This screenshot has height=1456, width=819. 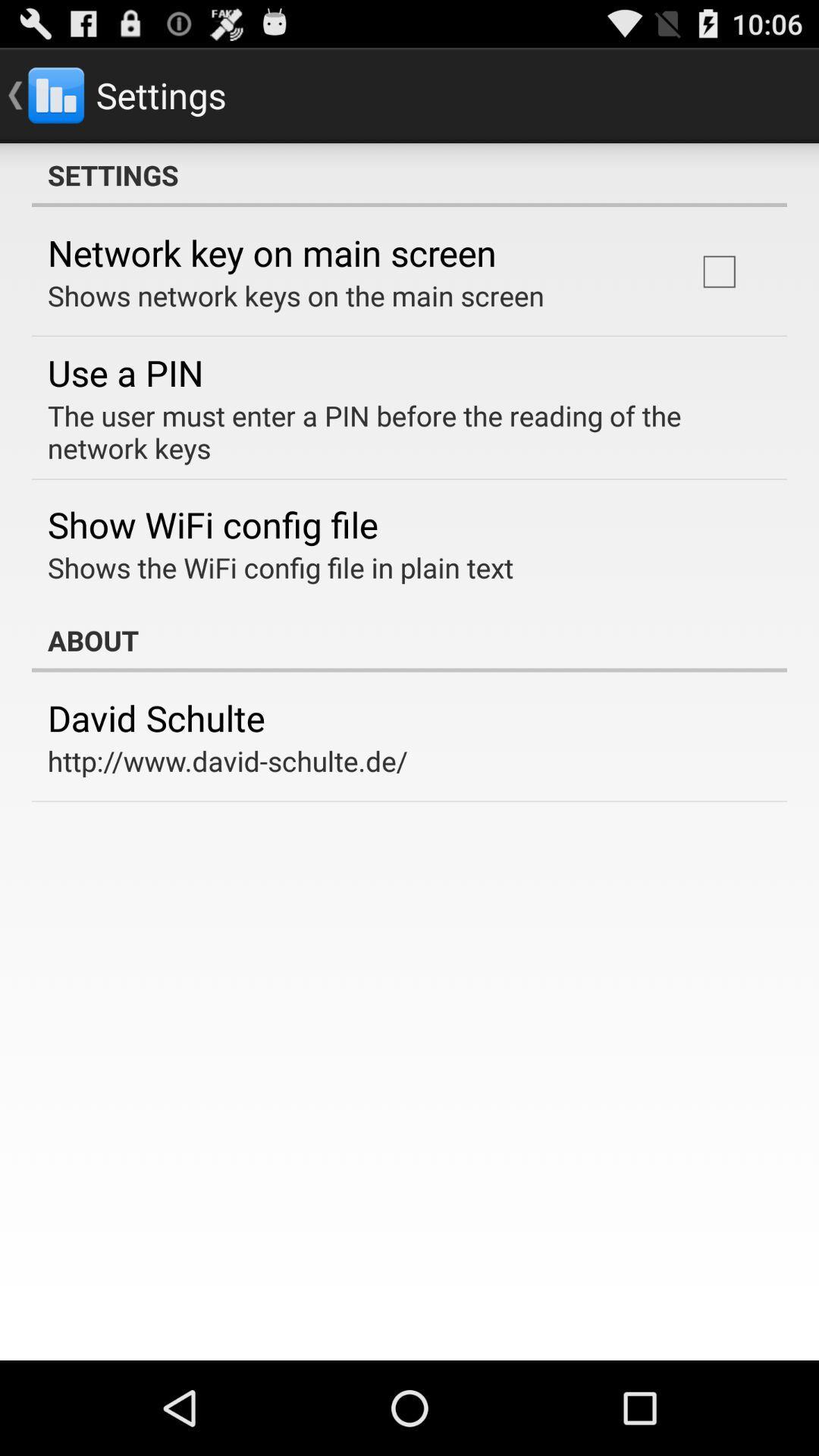 I want to click on icon next to the shows network keys, so click(x=718, y=271).